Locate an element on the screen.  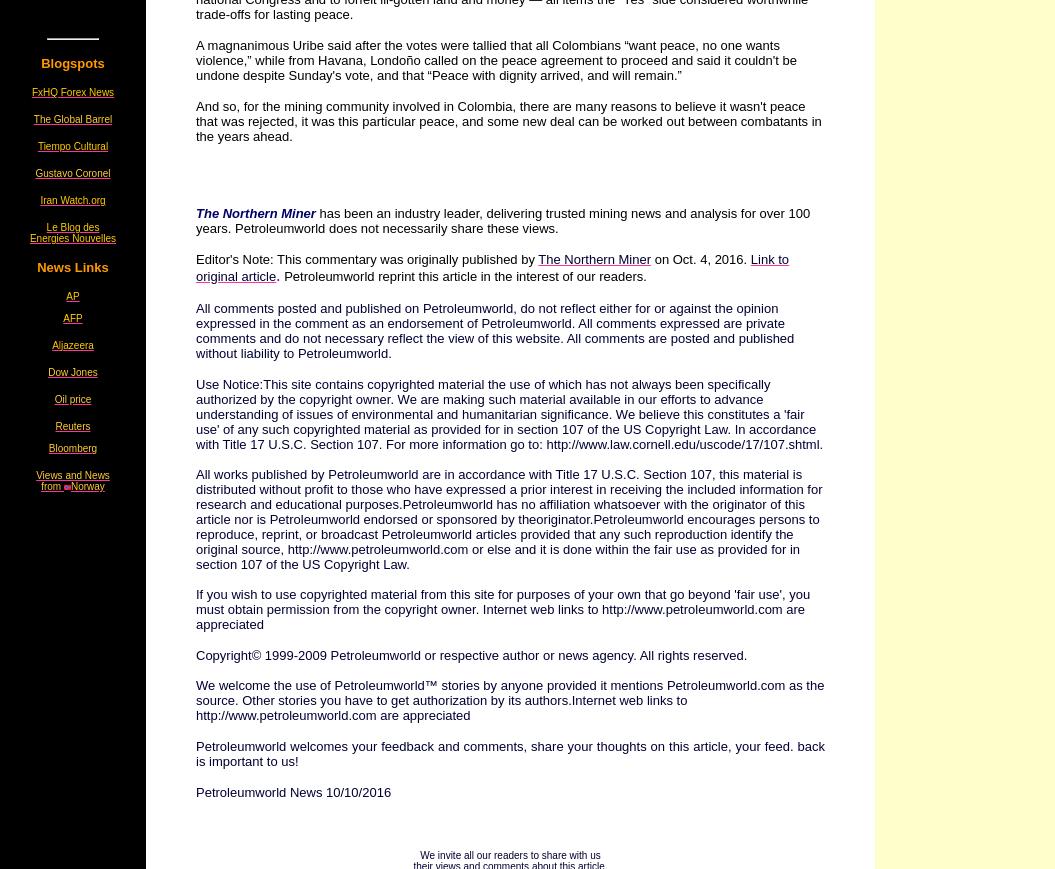
'We invite all our readers to share with us' is located at coordinates (509, 855).